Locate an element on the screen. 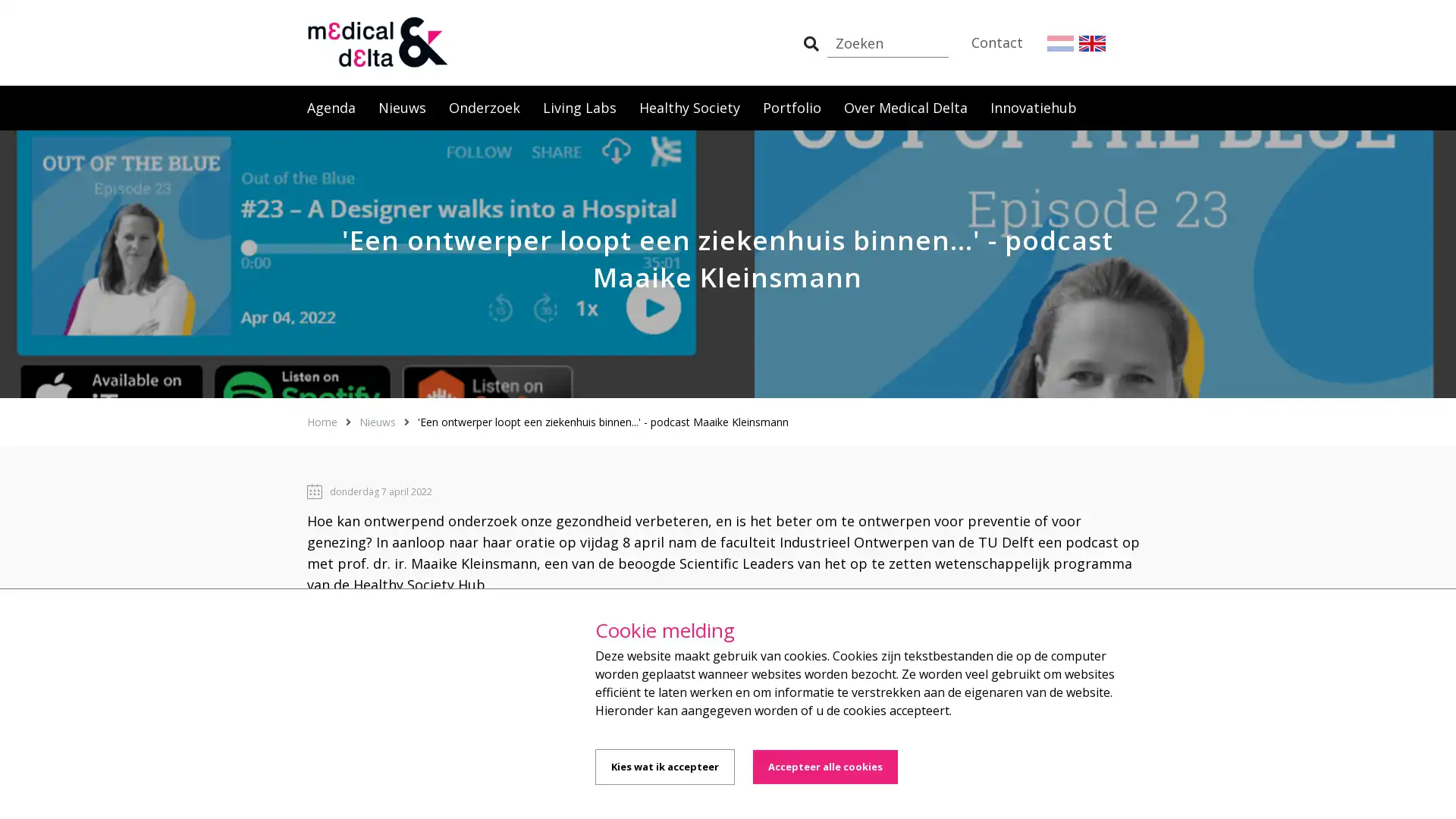  Accepteer alle cookies is located at coordinates (824, 767).